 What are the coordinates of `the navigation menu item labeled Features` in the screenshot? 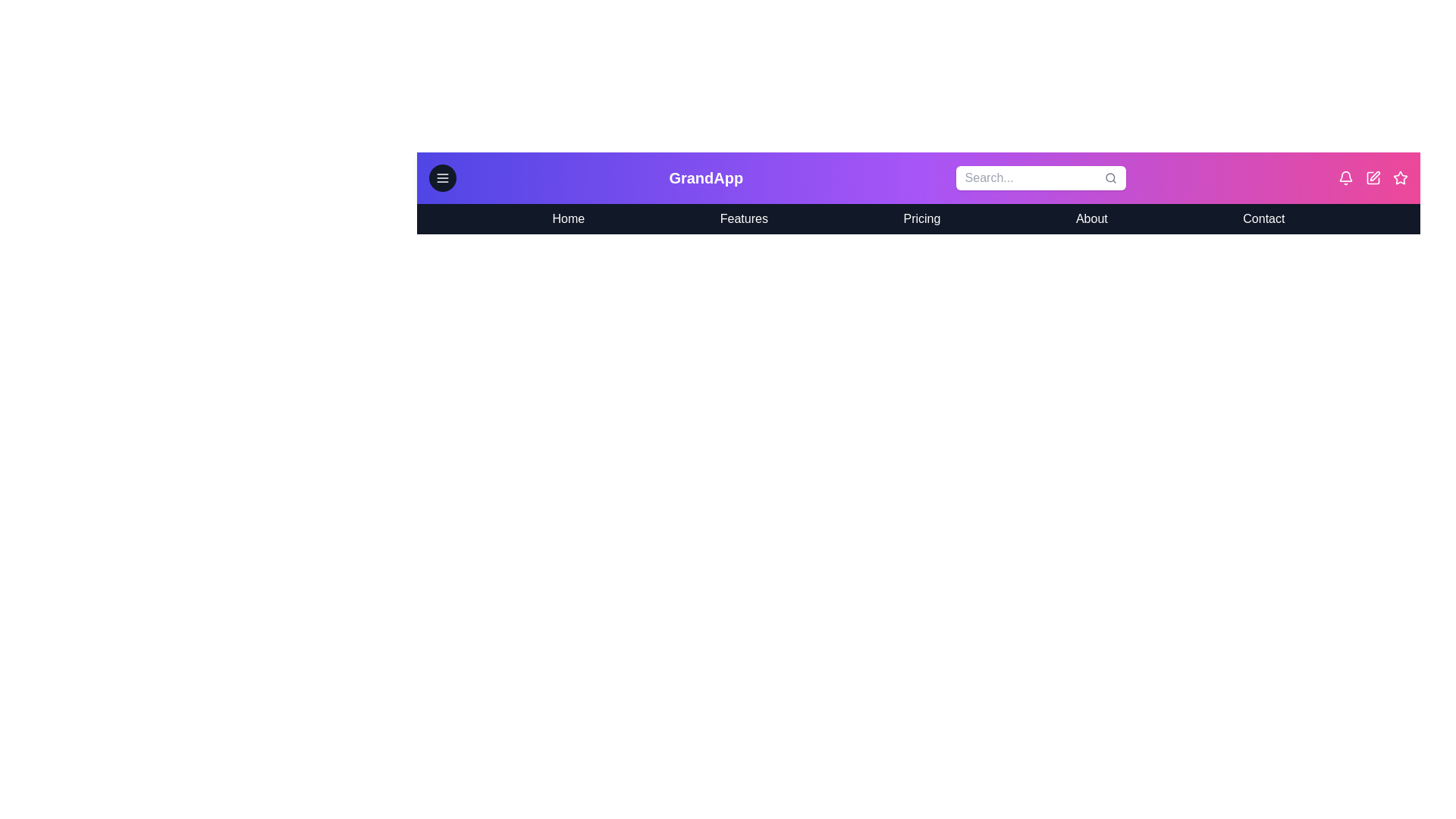 It's located at (744, 219).